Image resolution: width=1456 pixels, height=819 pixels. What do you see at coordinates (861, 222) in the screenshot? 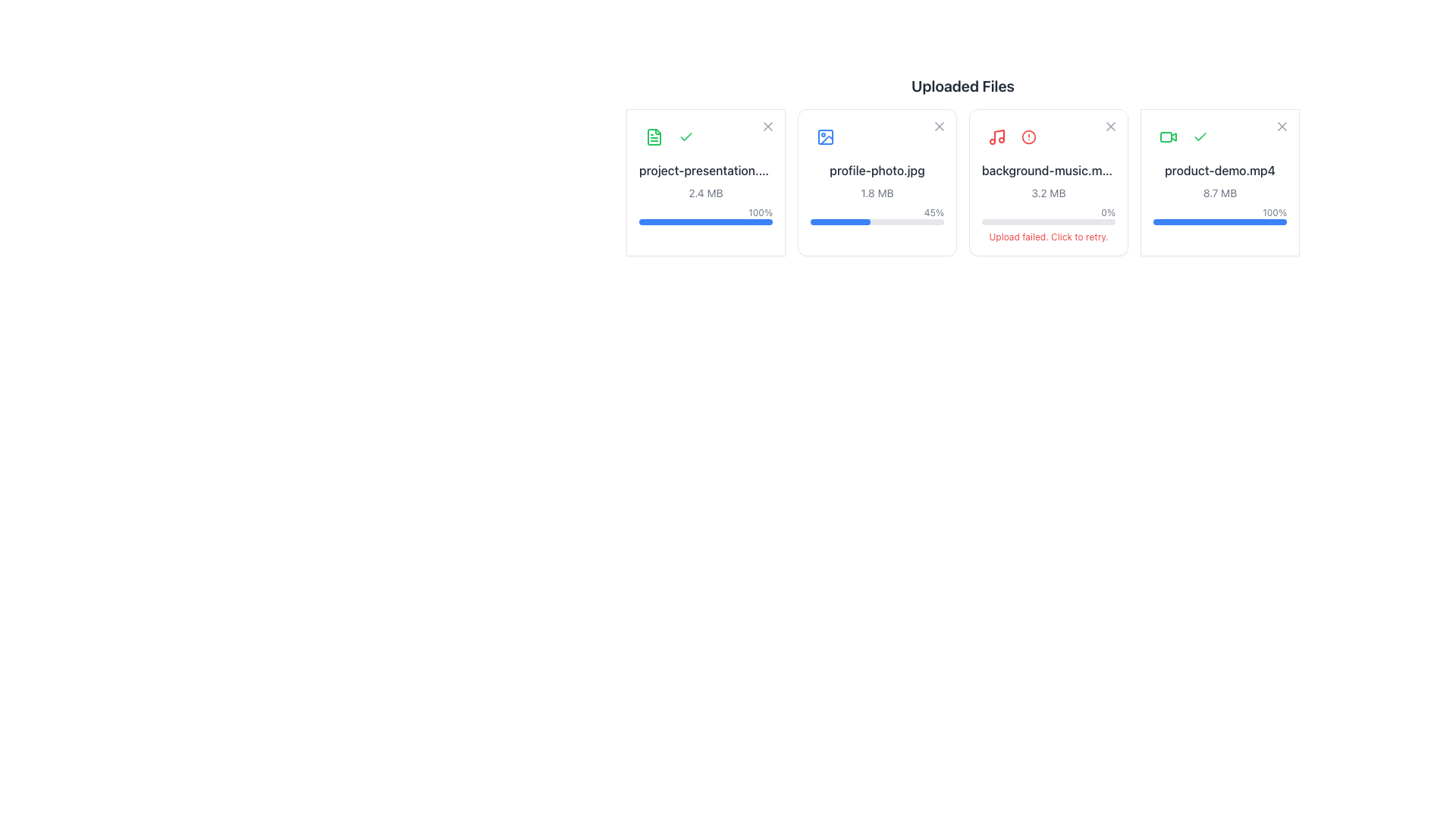
I see `progress bar value` at bounding box center [861, 222].